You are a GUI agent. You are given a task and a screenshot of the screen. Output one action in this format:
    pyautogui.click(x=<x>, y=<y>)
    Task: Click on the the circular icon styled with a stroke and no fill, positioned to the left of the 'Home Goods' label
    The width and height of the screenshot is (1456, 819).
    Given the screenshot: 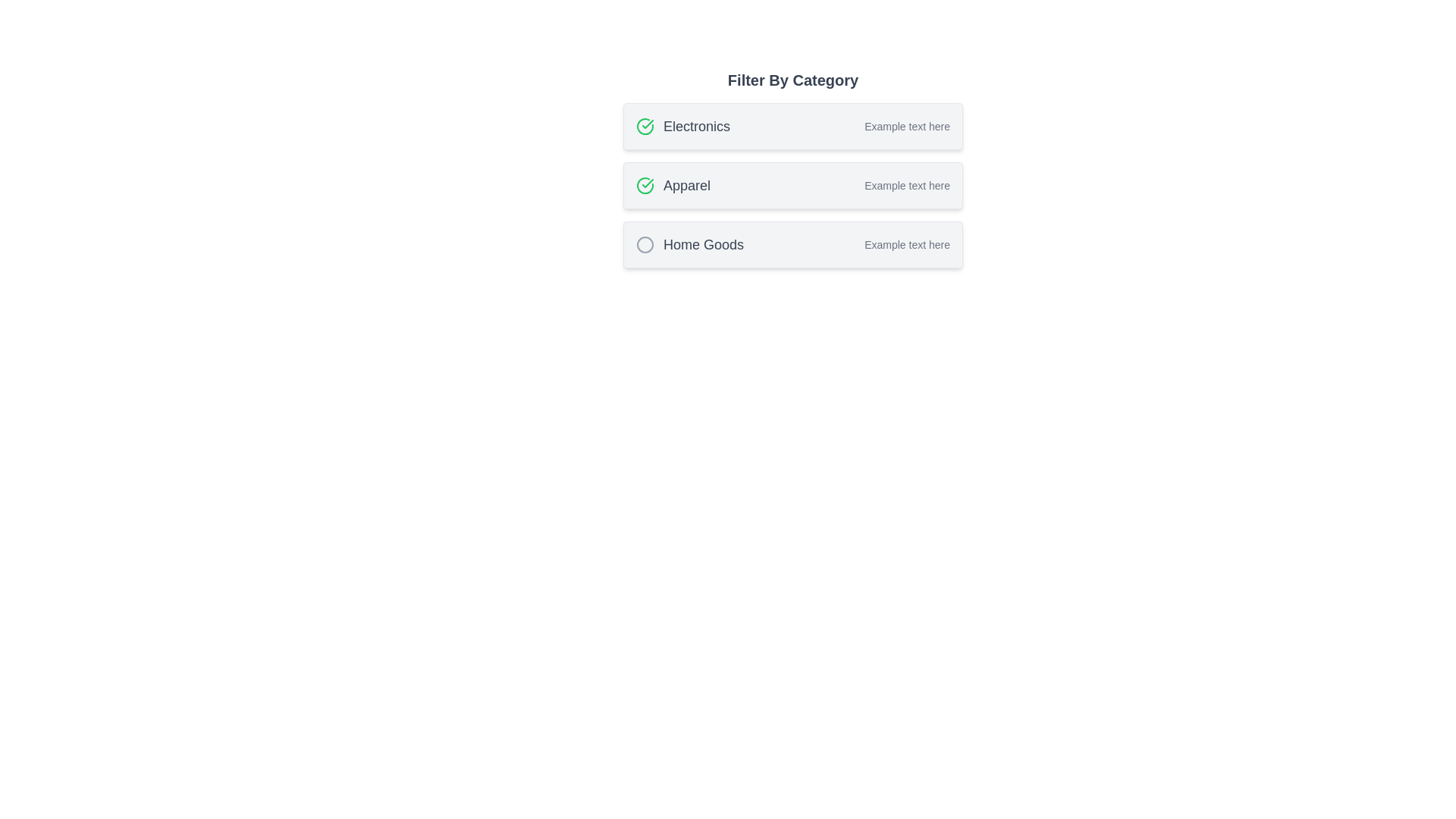 What is the action you would take?
    pyautogui.click(x=645, y=244)
    